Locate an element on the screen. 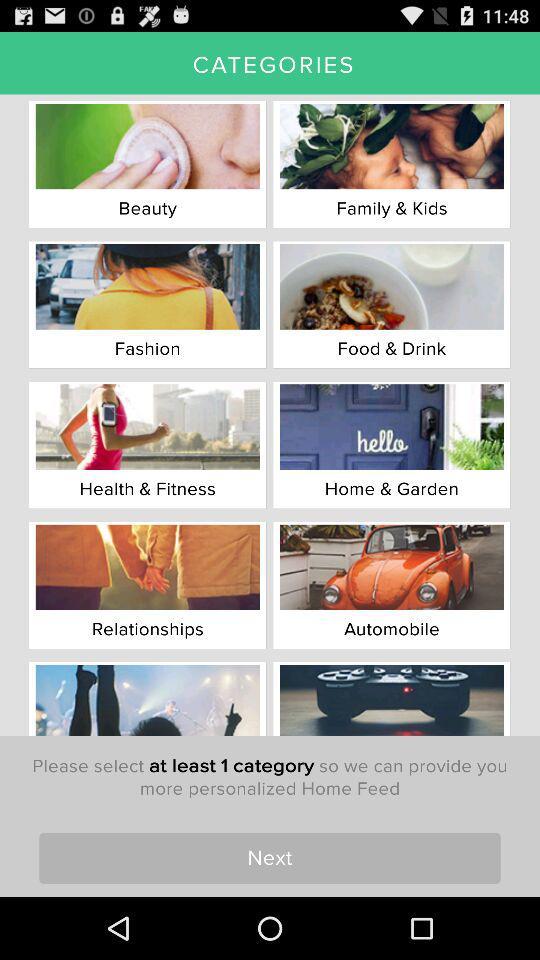  next item is located at coordinates (270, 857).